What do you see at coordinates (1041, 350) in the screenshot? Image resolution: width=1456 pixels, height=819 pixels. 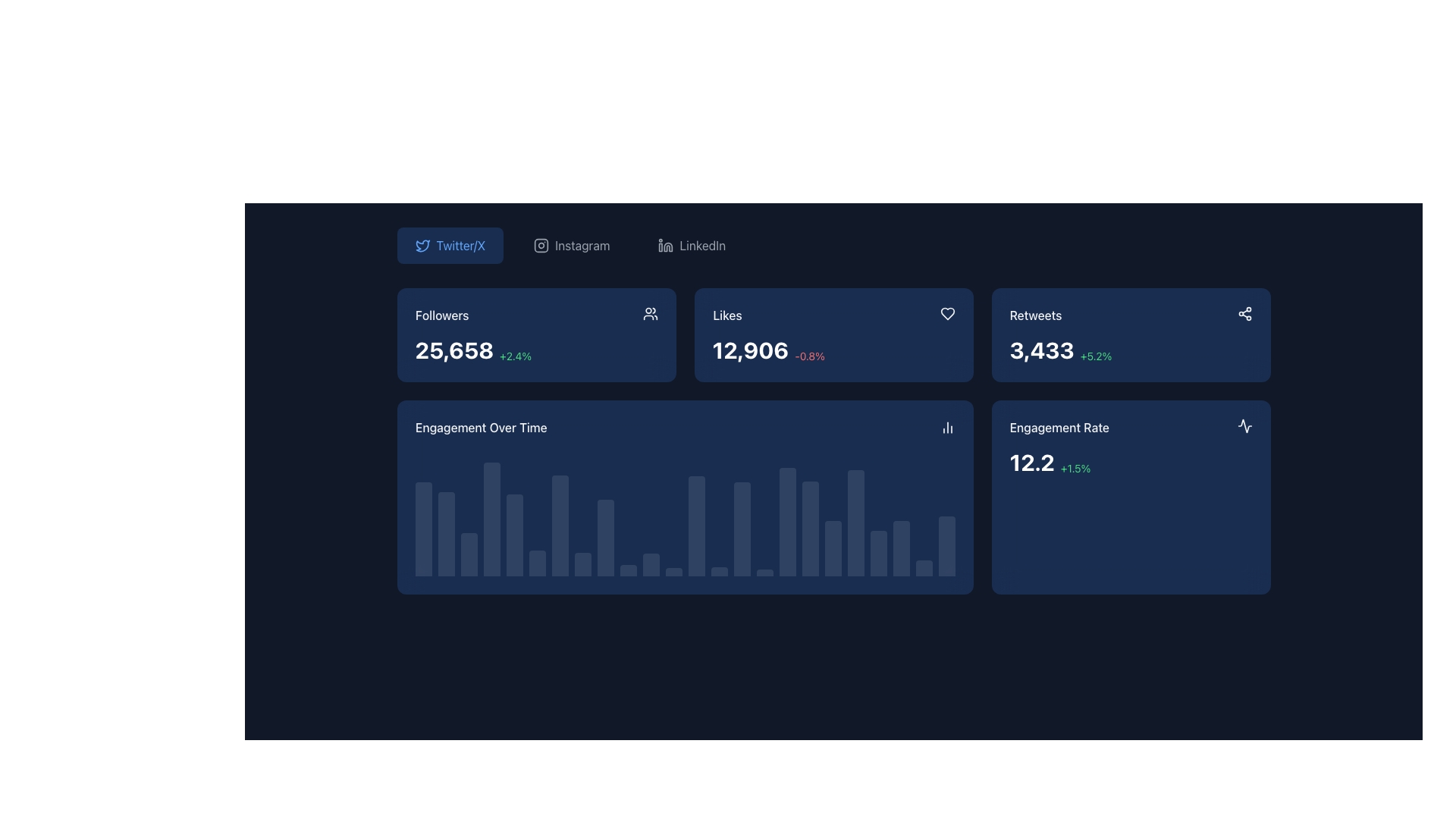 I see `the text label displaying the numerical value for 'Retweets', which is centrally located in the second row, rightmost column of a grid of cards` at bounding box center [1041, 350].